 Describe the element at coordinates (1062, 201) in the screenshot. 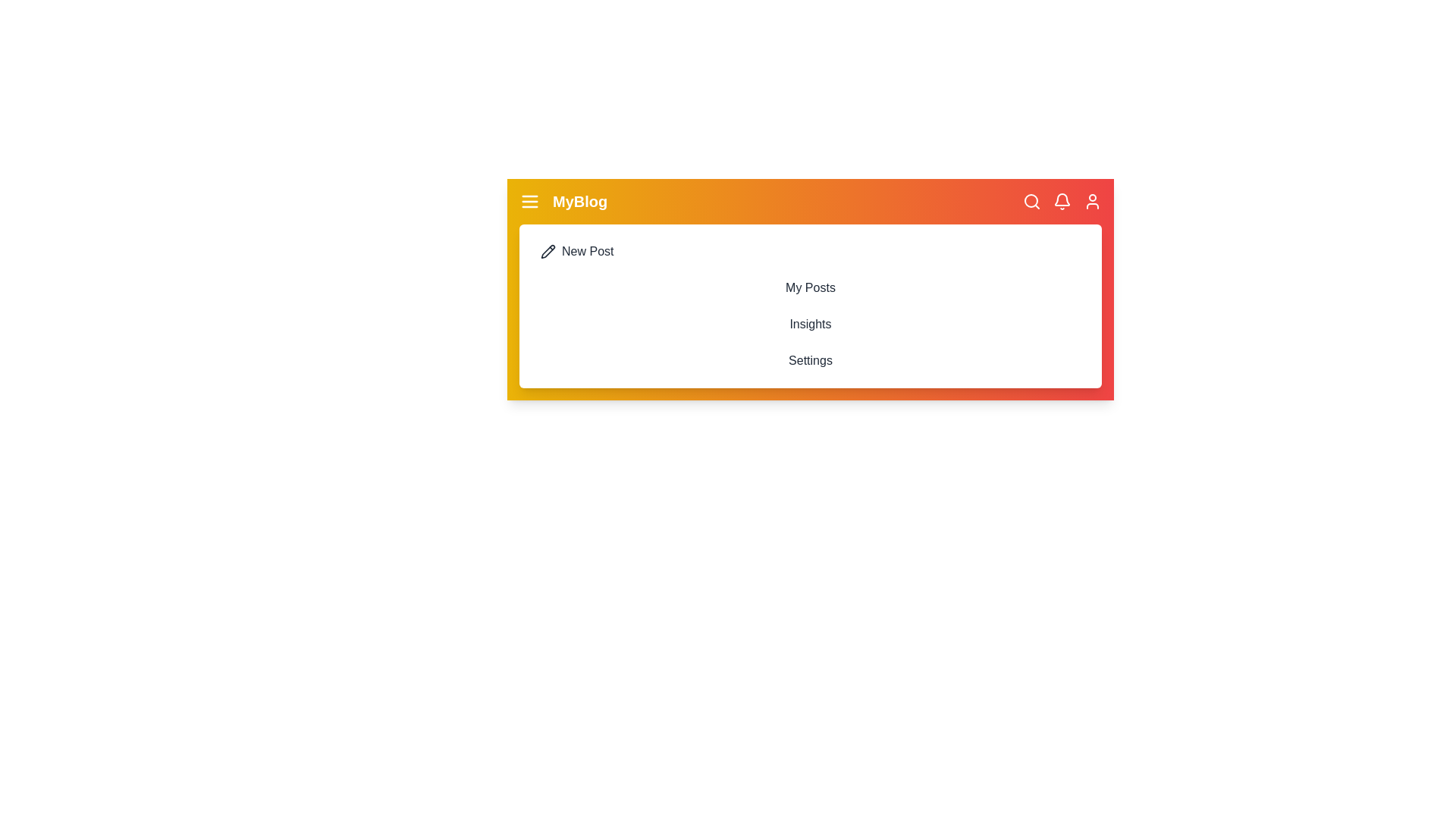

I see `the notification bell icon` at that location.